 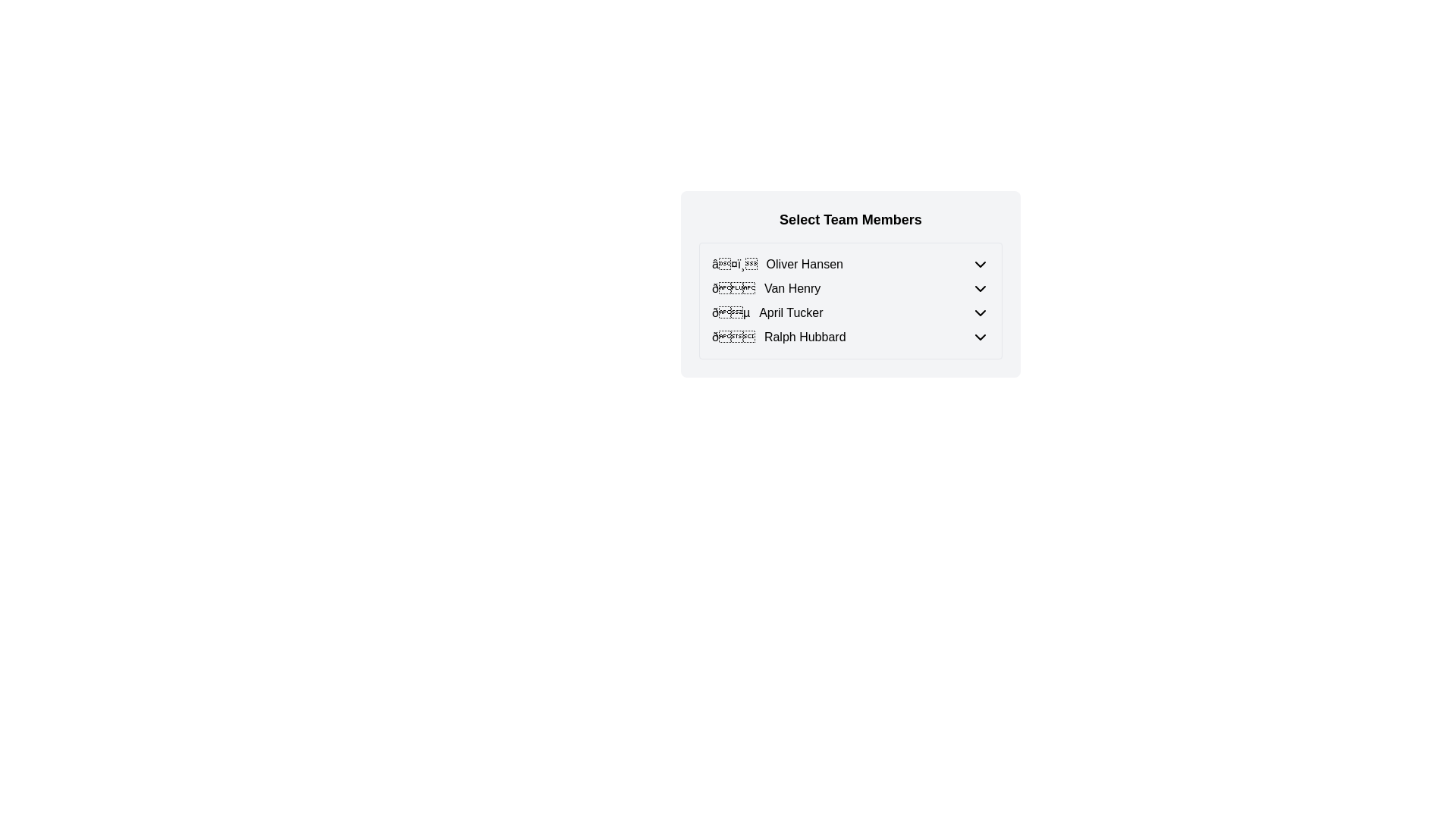 I want to click on to select the list item option for 'Van Henry', which is the second entry in the 'Select Team Members' list, so click(x=851, y=289).